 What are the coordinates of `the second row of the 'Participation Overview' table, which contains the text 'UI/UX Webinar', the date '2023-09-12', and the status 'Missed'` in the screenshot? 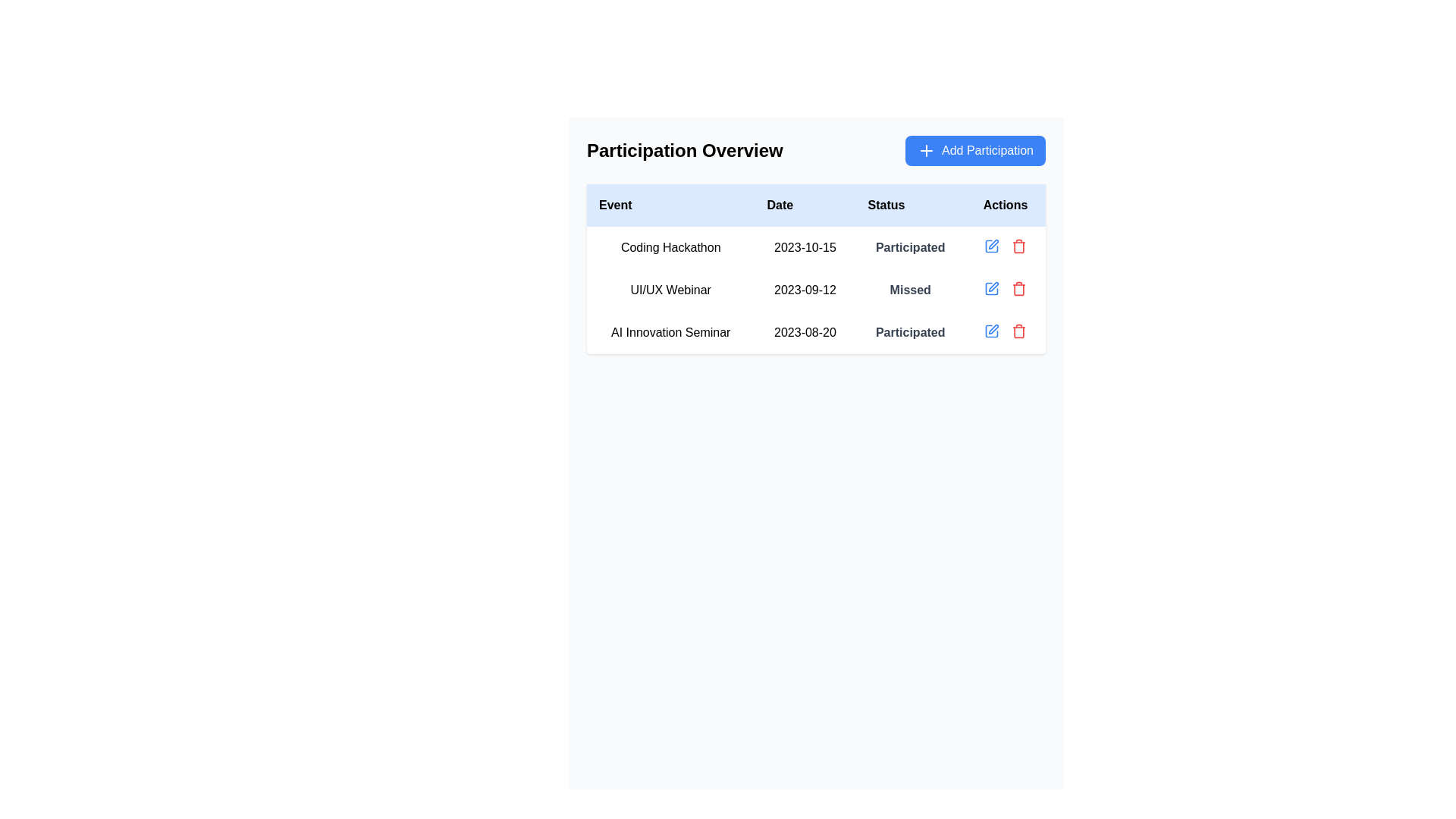 It's located at (815, 290).